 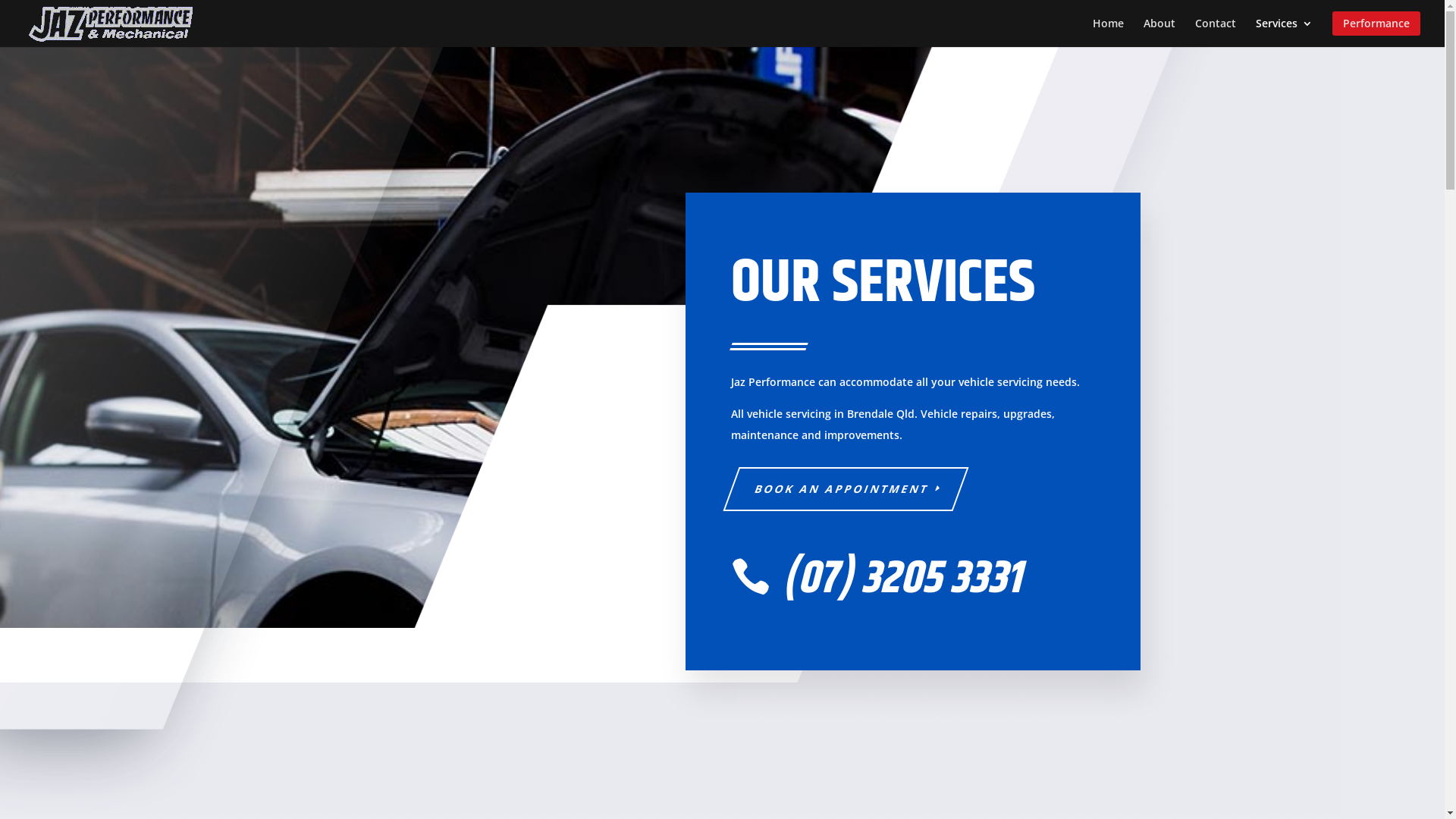 What do you see at coordinates (1283, 29) in the screenshot?
I see `'Services'` at bounding box center [1283, 29].